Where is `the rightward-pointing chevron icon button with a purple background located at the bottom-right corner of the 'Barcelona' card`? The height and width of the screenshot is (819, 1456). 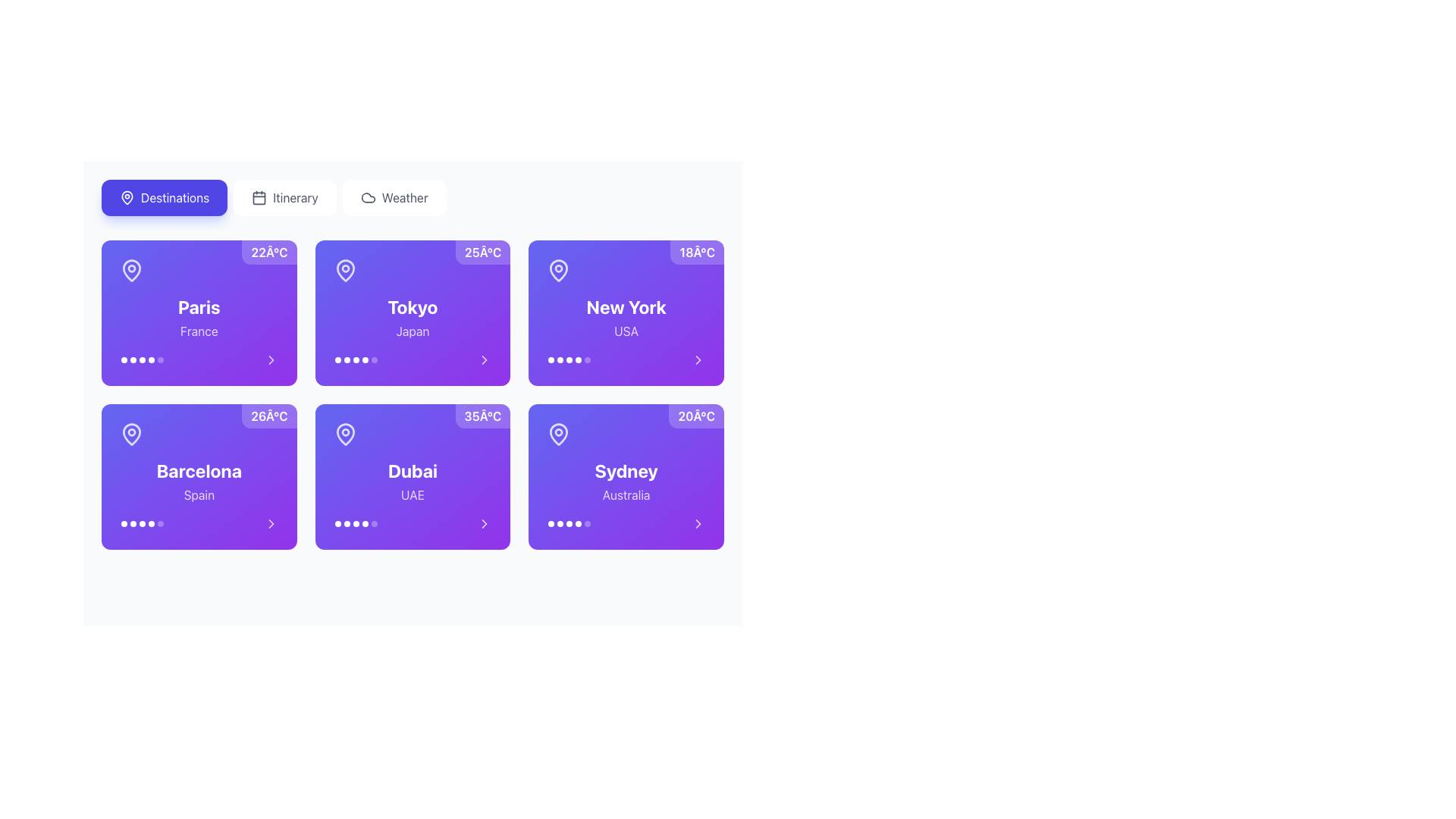
the rightward-pointing chevron icon button with a purple background located at the bottom-right corner of the 'Barcelona' card is located at coordinates (271, 522).